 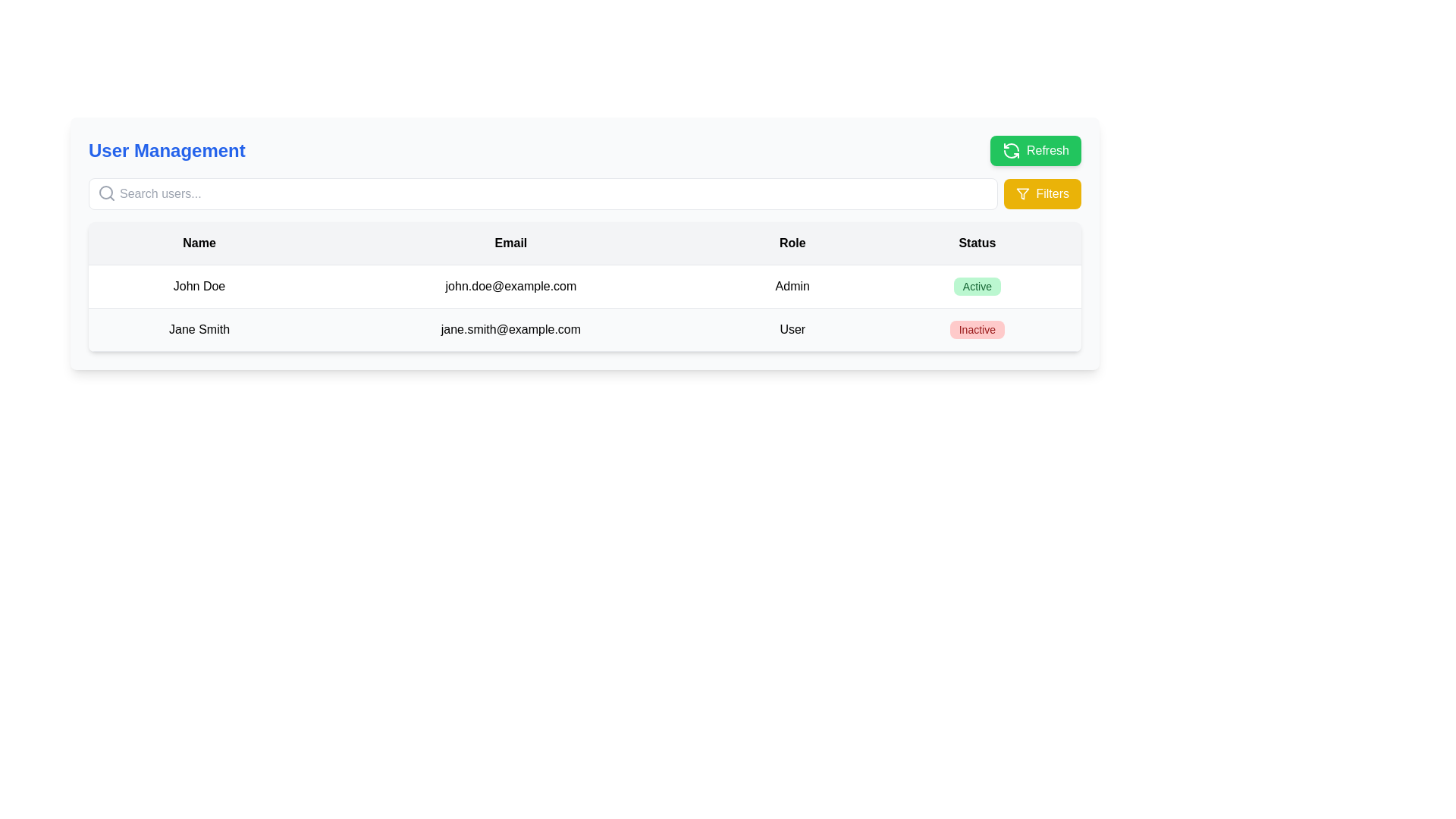 I want to click on the text label displaying 'Jane Smith', which is located in the first column of the second row under the 'User Management' header, so click(x=199, y=329).